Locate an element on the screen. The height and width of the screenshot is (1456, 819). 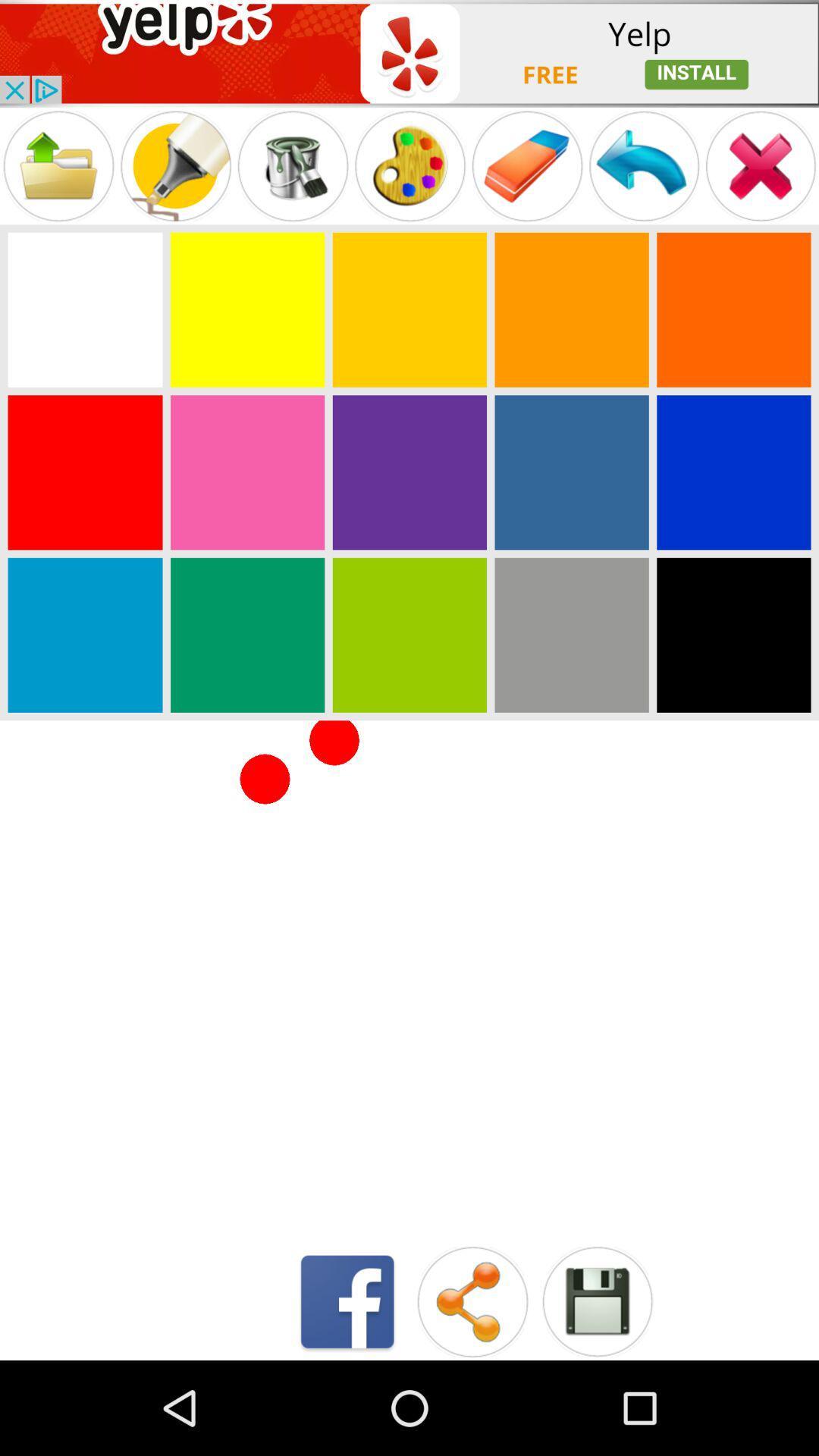
exit app is located at coordinates (761, 166).